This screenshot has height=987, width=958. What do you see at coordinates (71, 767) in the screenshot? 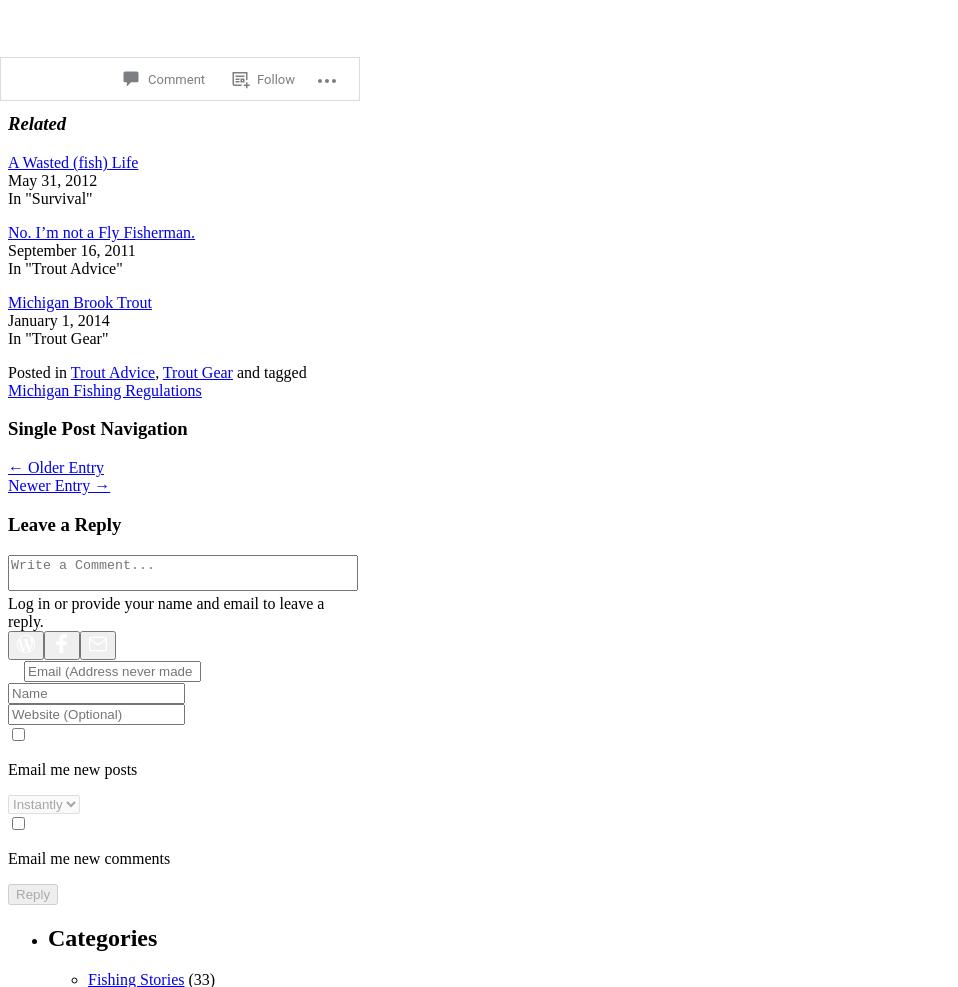
I see `'Email me new posts'` at bounding box center [71, 767].